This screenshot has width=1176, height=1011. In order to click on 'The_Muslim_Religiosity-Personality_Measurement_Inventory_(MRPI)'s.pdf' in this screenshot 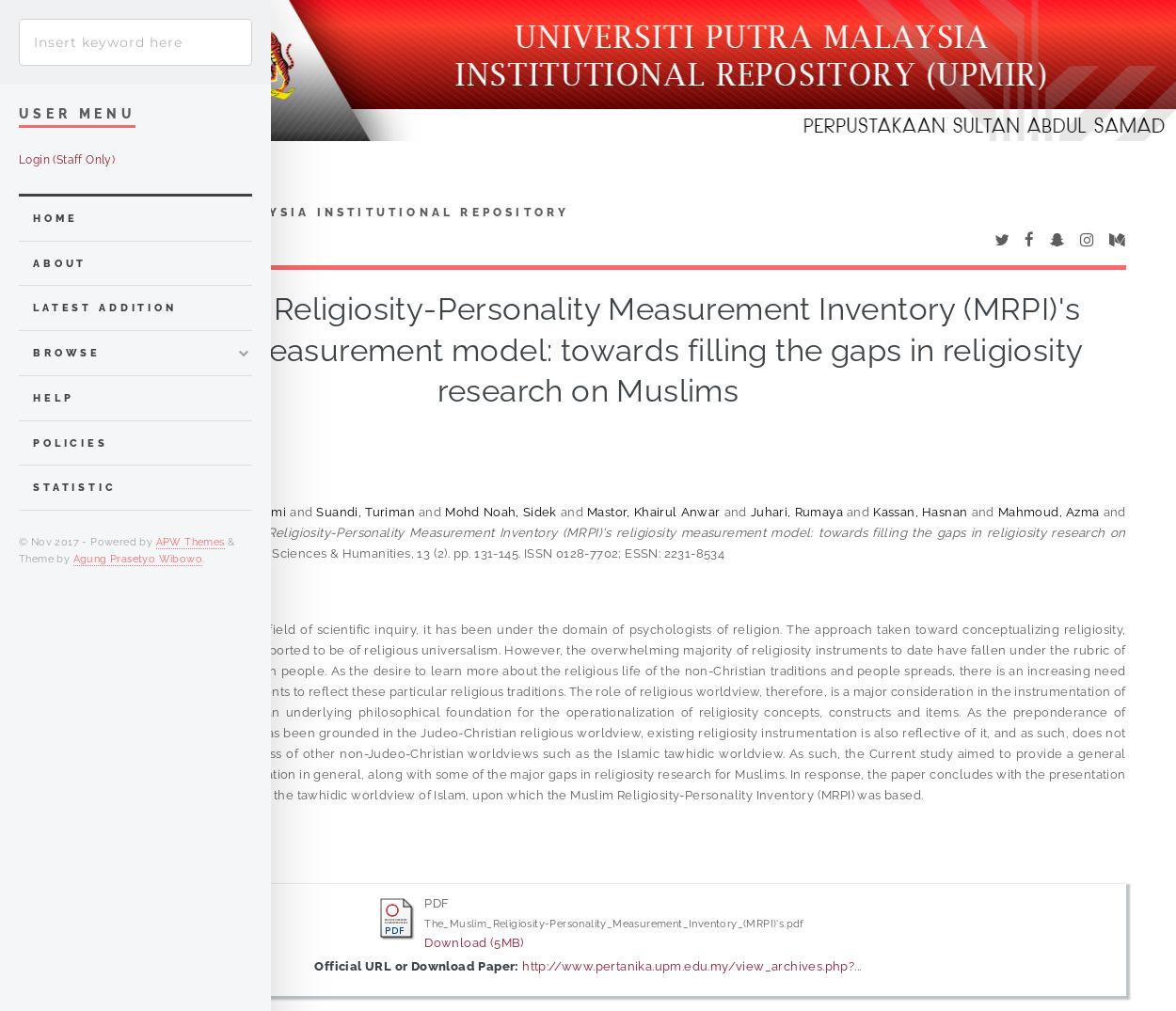, I will do `click(423, 923)`.